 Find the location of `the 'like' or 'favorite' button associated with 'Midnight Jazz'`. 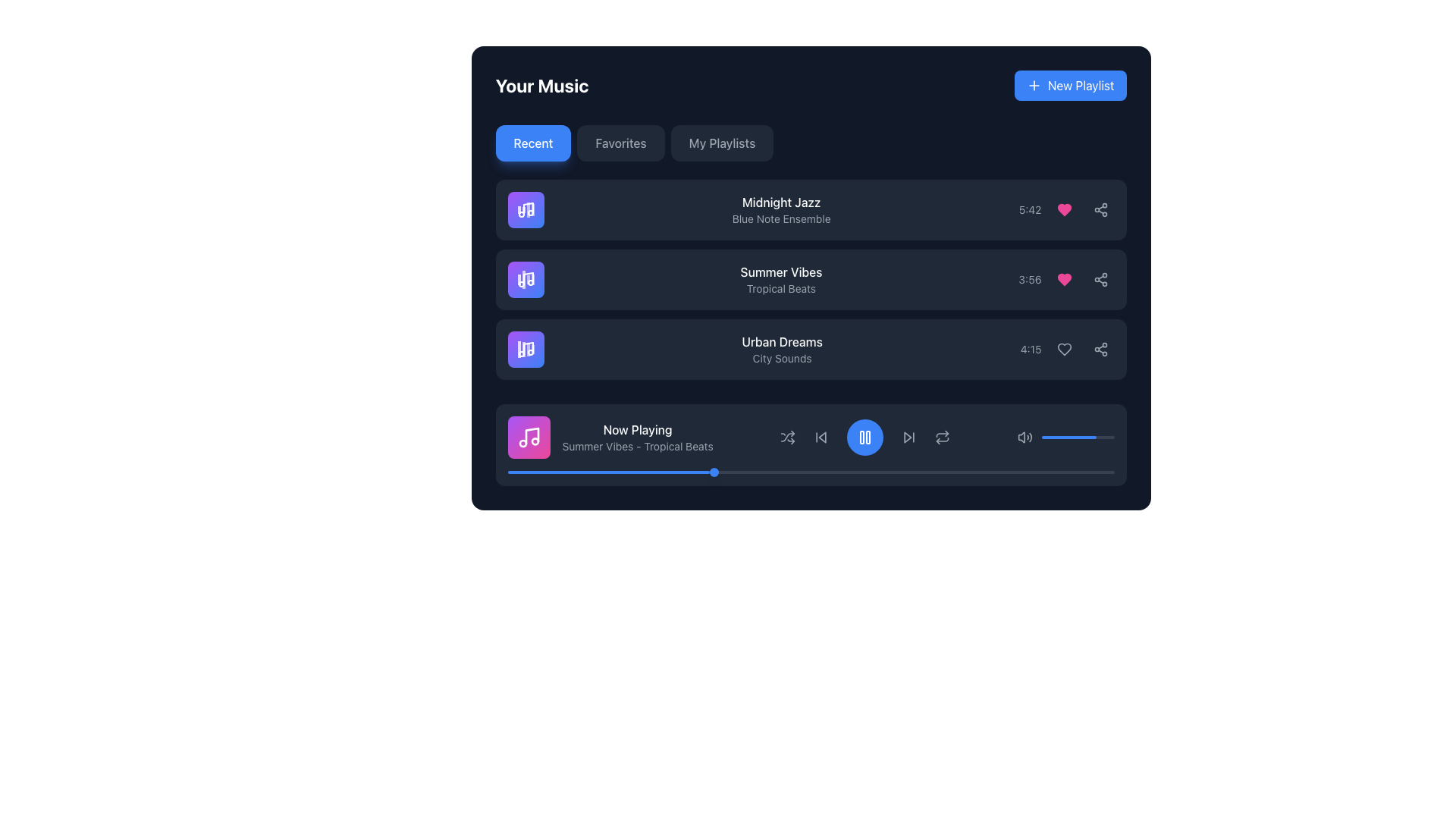

the 'like' or 'favorite' button associated with 'Midnight Jazz' is located at coordinates (1063, 210).